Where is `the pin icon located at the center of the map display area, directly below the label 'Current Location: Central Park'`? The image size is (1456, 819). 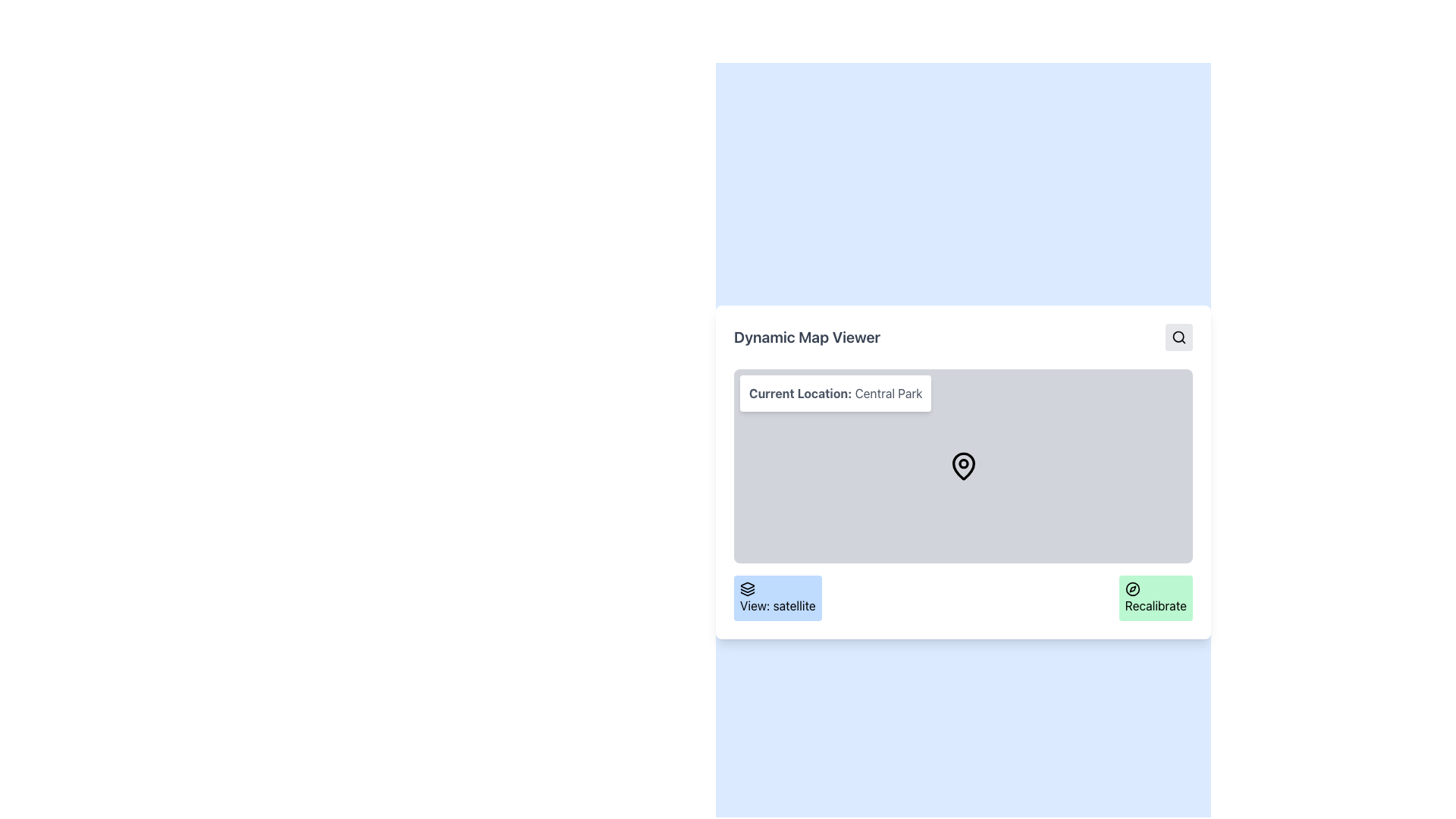
the pin icon located at the center of the map display area, directly below the label 'Current Location: Central Park' is located at coordinates (962, 465).